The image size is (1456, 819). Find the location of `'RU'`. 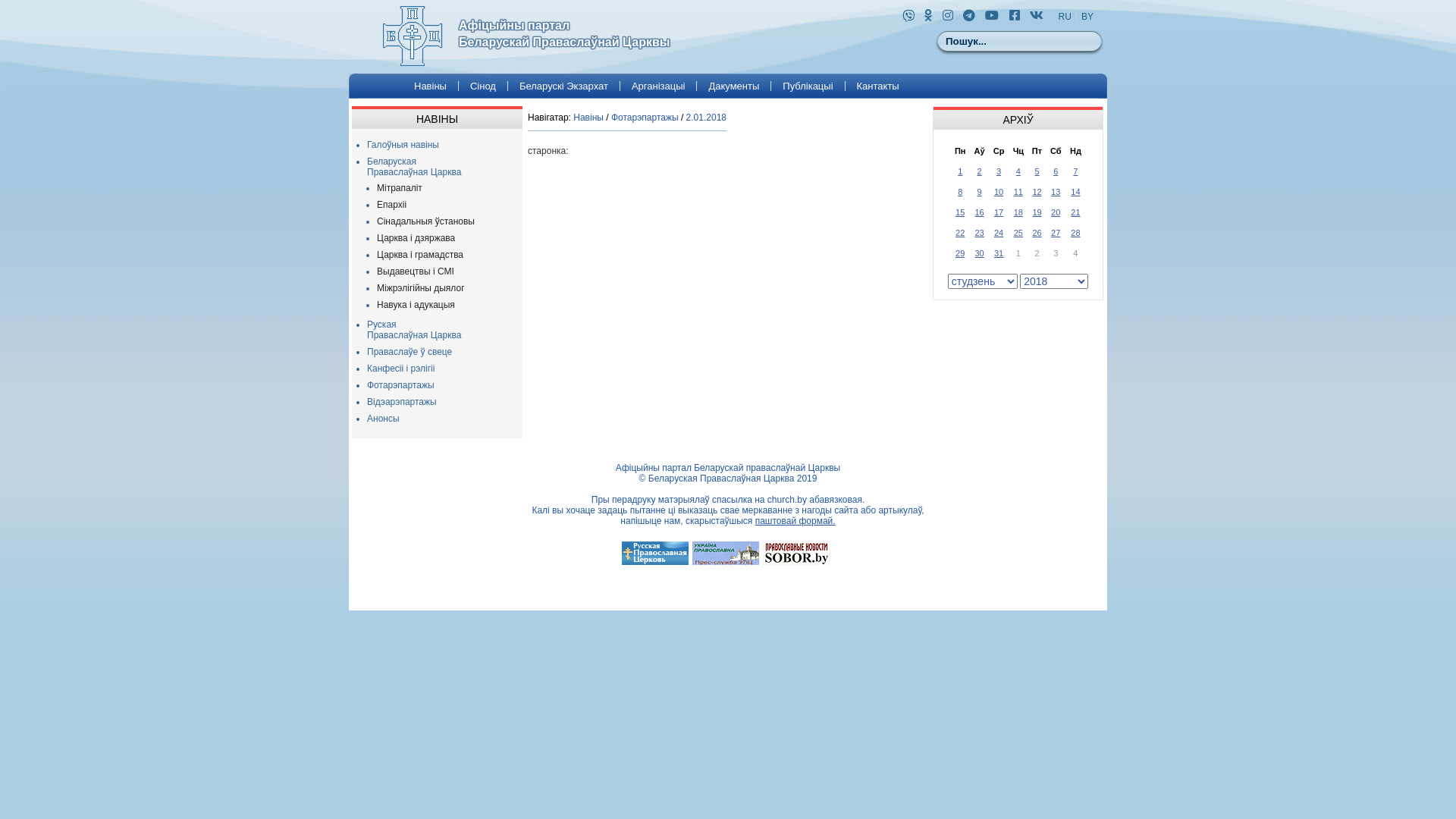

'RU' is located at coordinates (1064, 17).